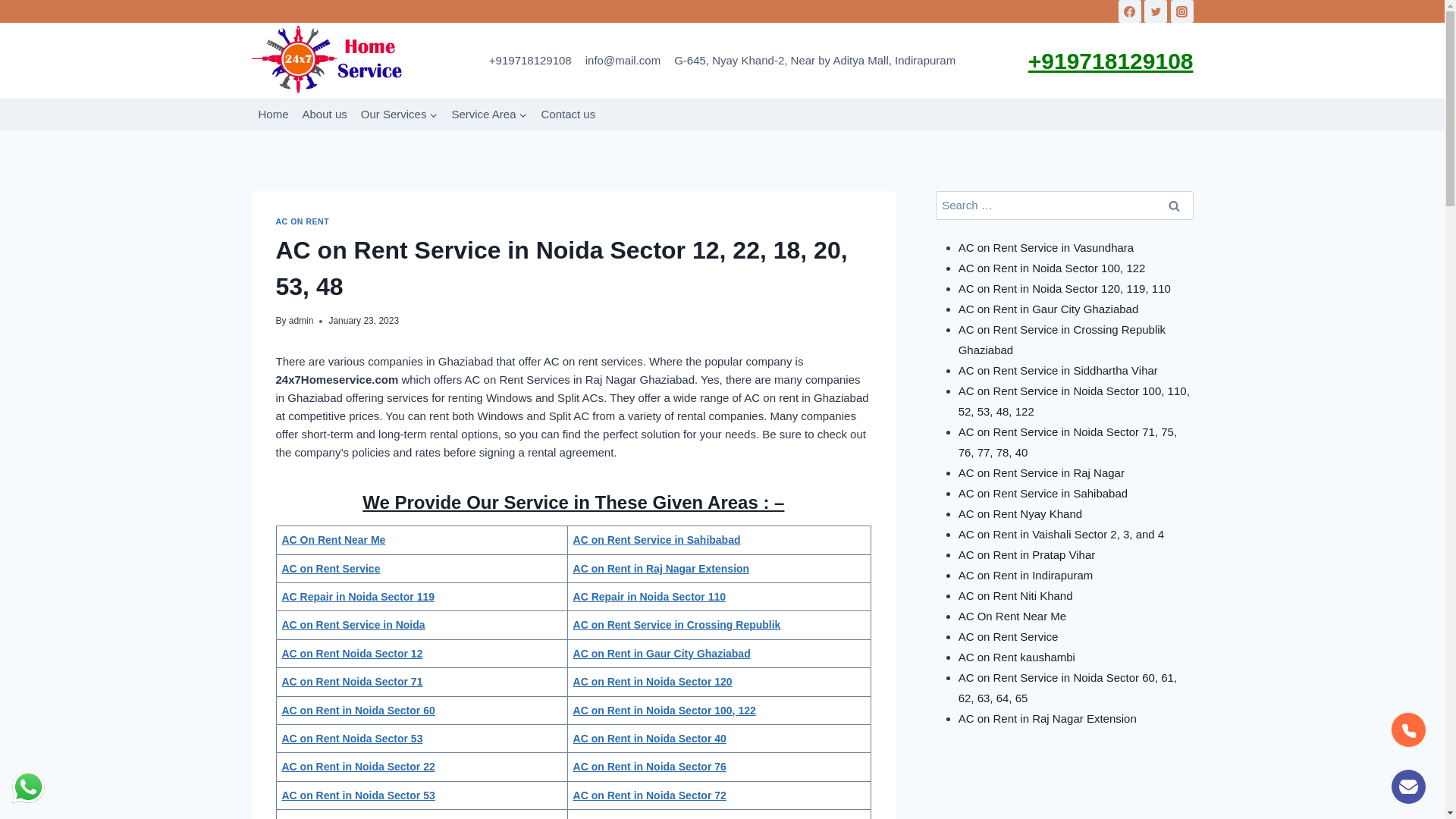 The image size is (1456, 819). I want to click on 'AC on Rent kaushambi', so click(957, 656).